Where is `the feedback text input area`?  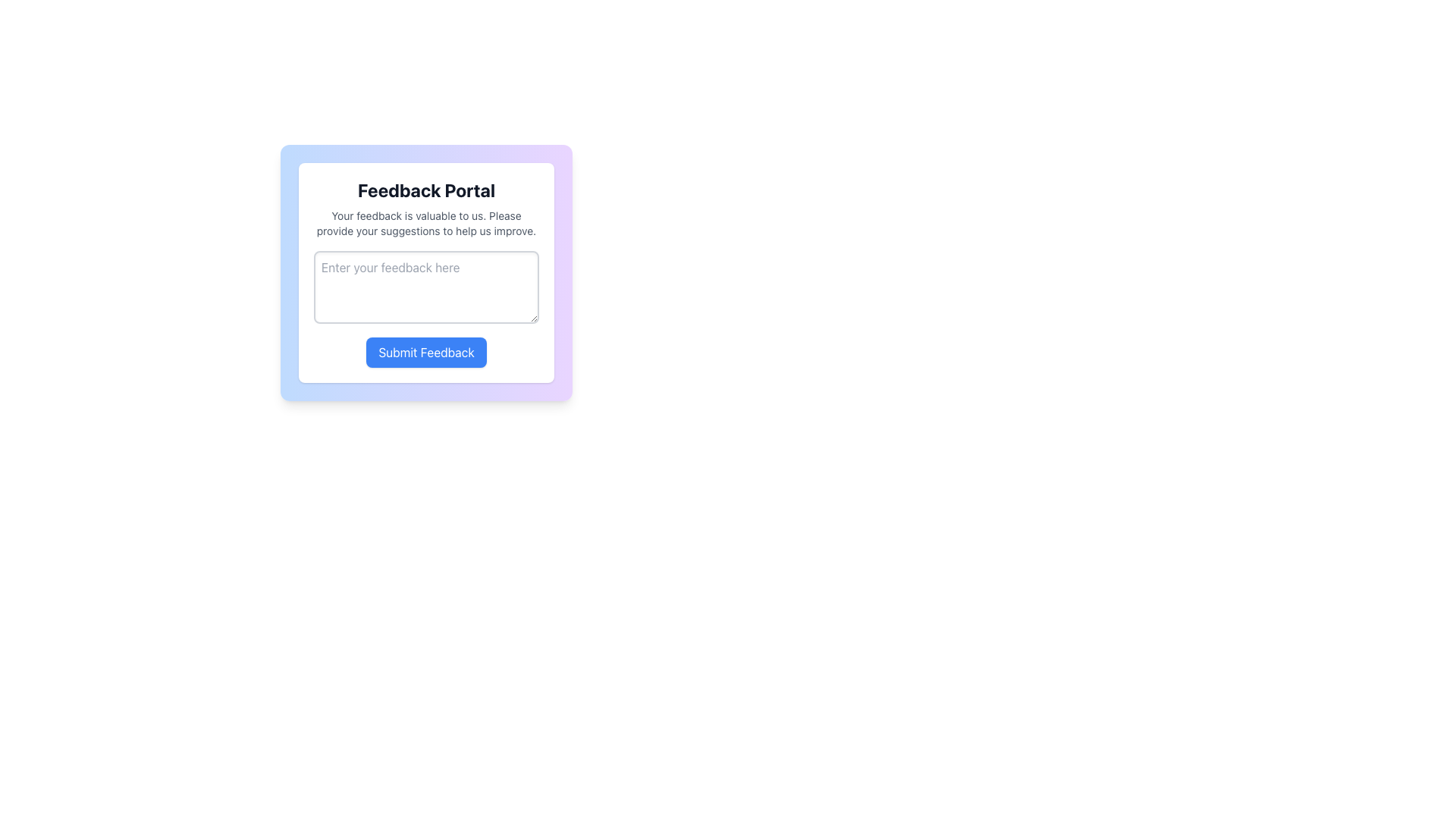 the feedback text input area is located at coordinates (425, 309).